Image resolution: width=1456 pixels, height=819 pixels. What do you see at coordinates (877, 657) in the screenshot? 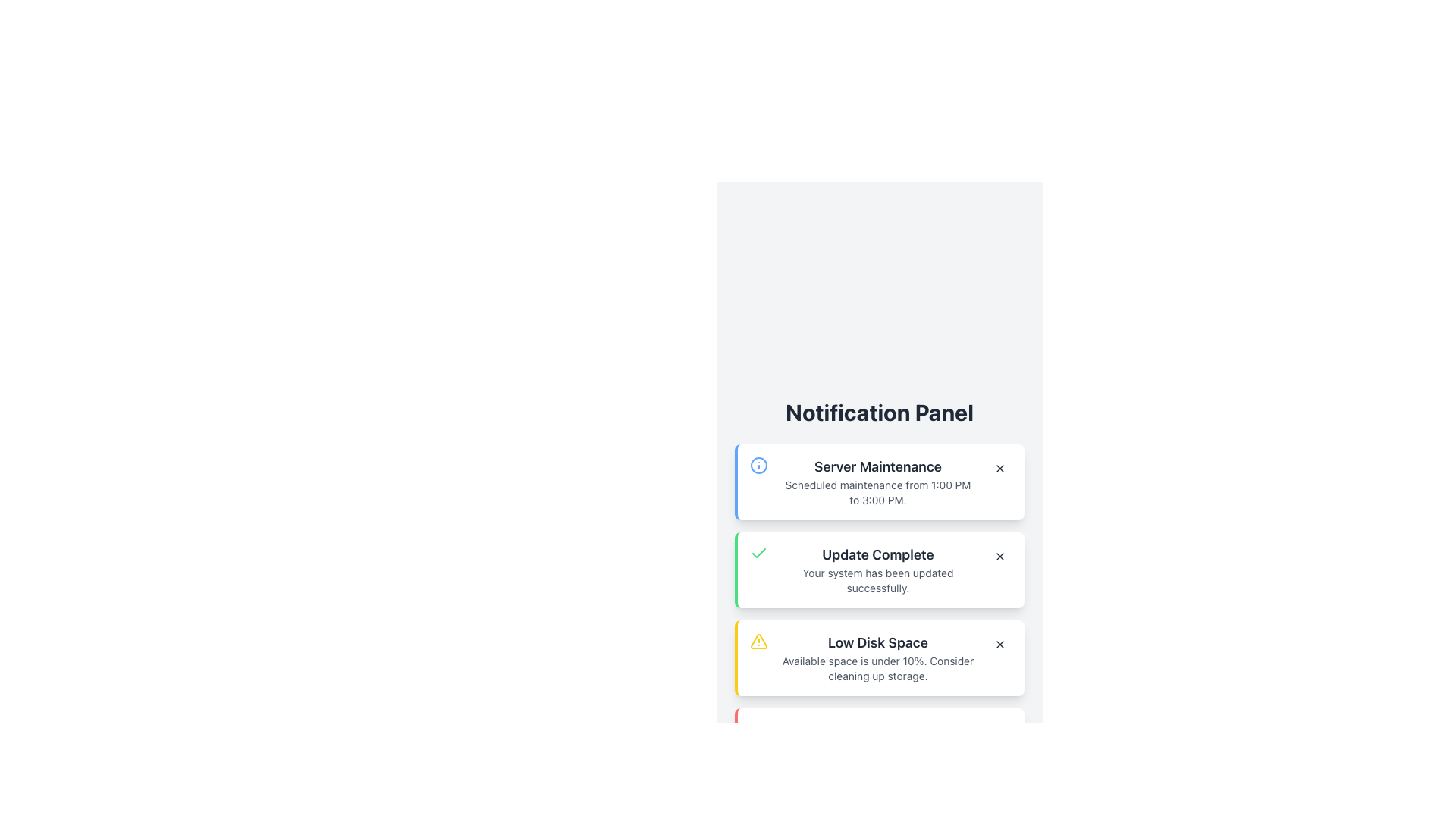
I see `notification message about low disk space located in the third entry of the vertically stacked notification panel` at bounding box center [877, 657].